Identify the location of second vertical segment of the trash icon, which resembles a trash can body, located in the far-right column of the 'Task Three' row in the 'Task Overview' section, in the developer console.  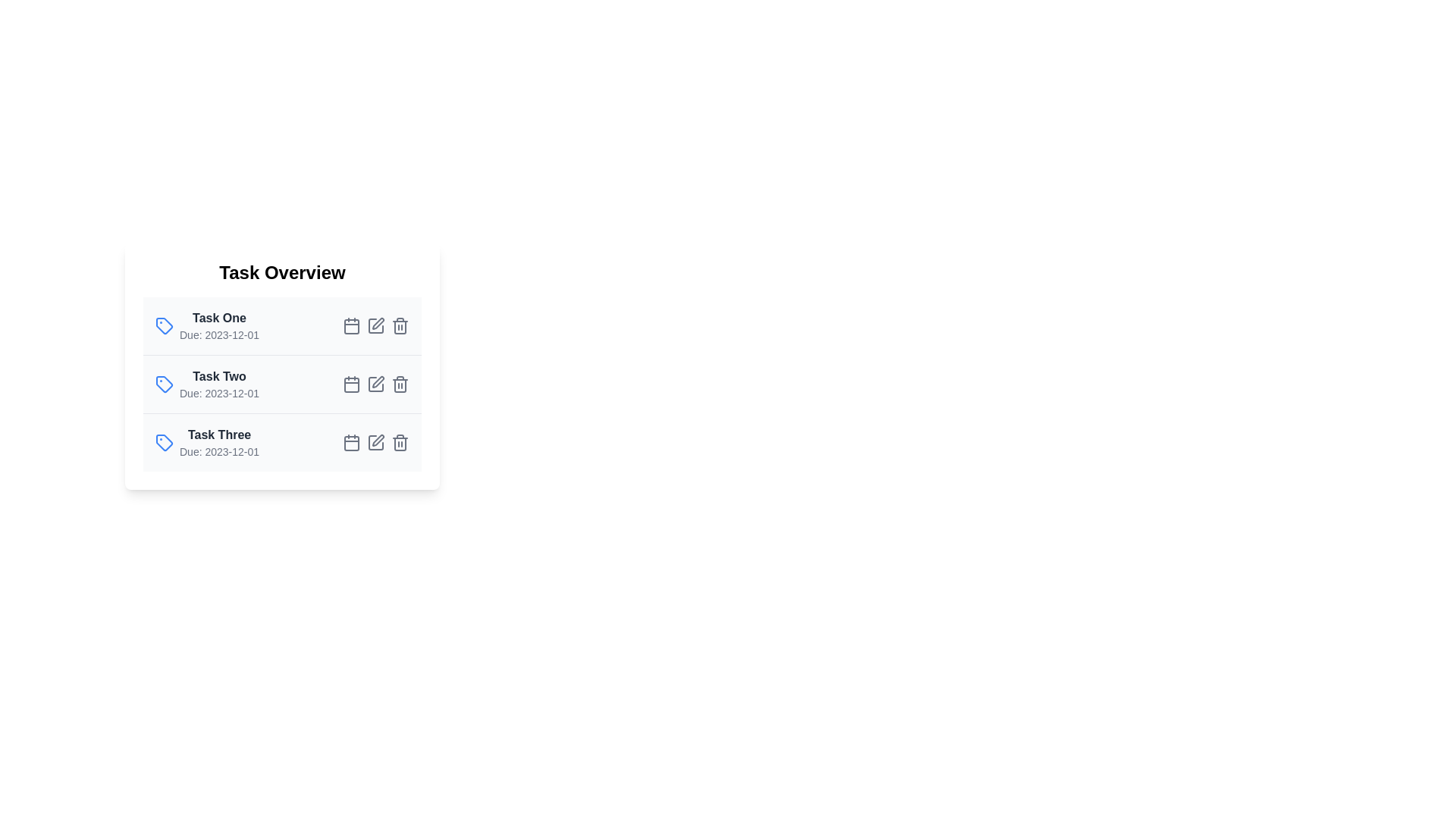
(400, 444).